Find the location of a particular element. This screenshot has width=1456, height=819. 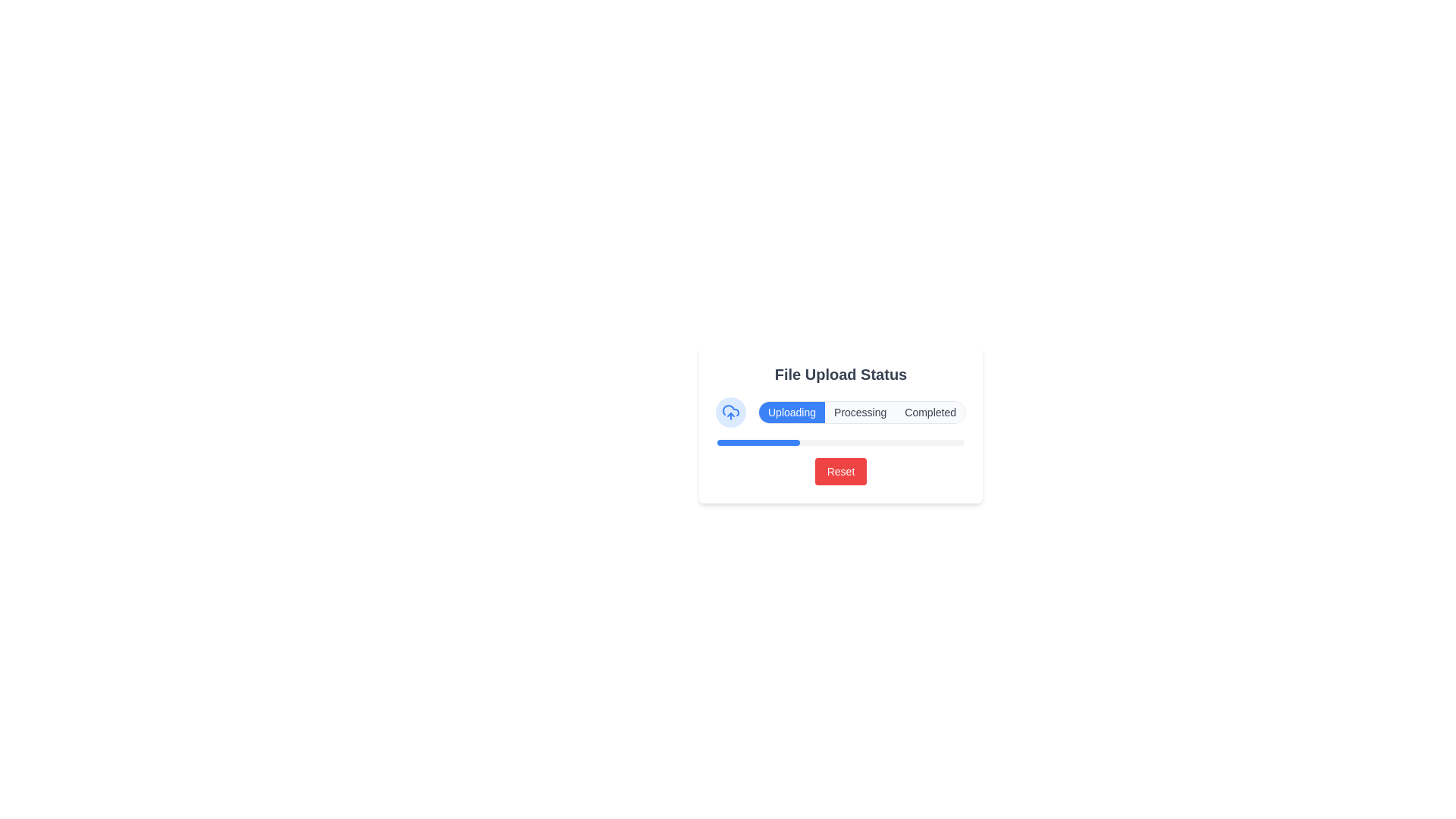

the non-interactive status label or button displaying 'Processing', which is the second button in a row of three, styled with a gray background and light gray text is located at coordinates (860, 412).